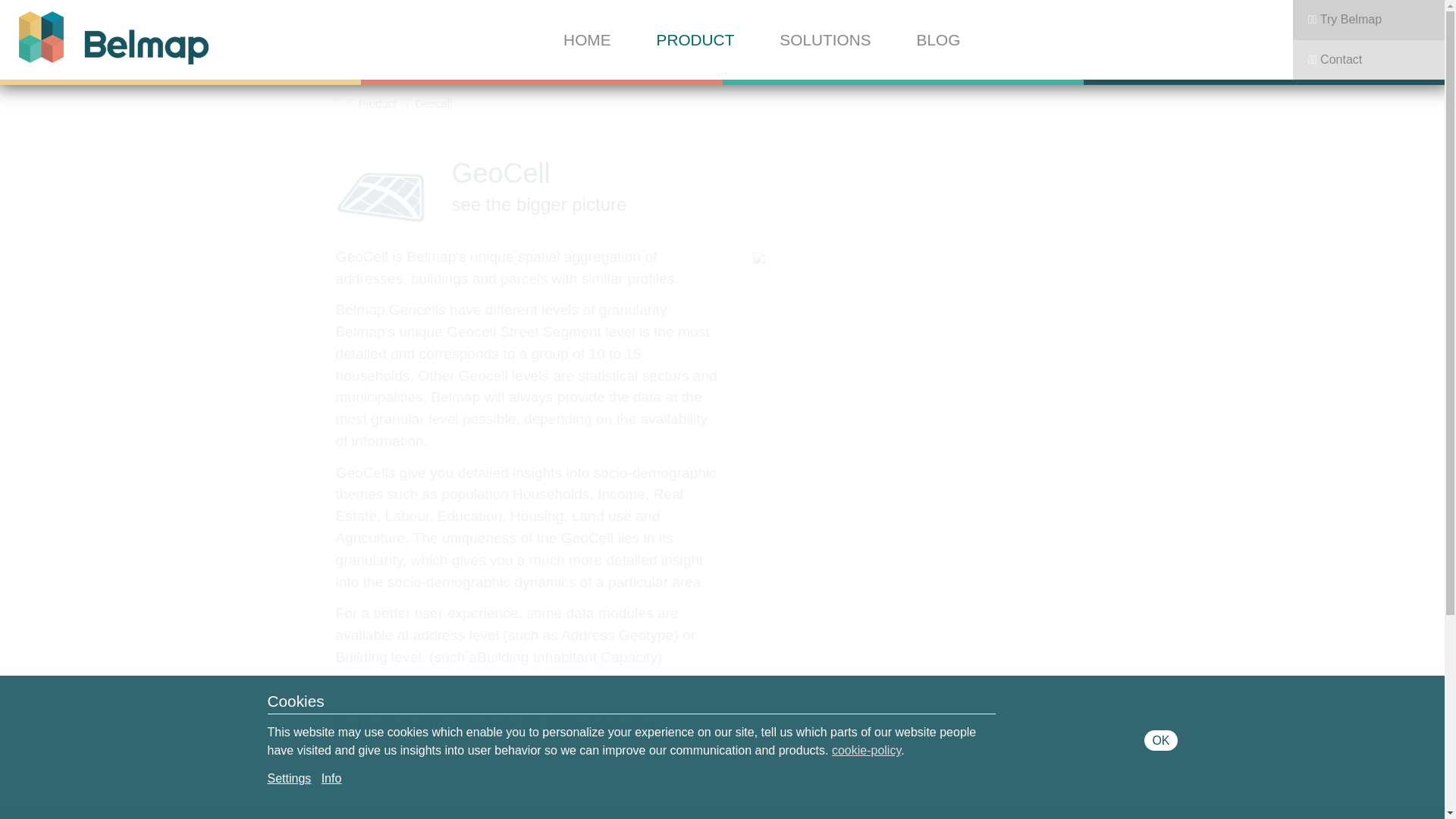 Image resolution: width=1456 pixels, height=819 pixels. What do you see at coordinates (695, 39) in the screenshot?
I see `'PRODUCT'` at bounding box center [695, 39].